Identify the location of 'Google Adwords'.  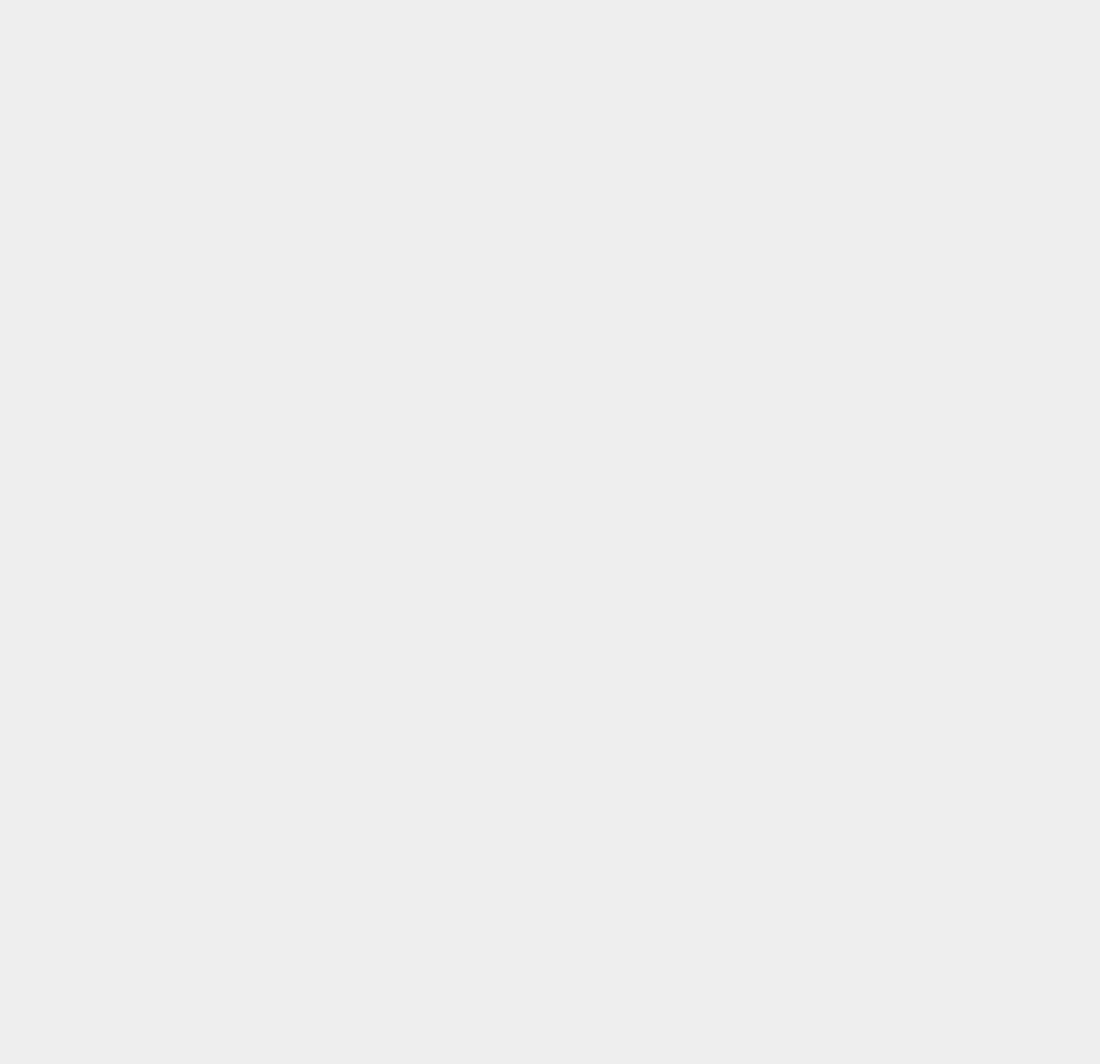
(828, 793).